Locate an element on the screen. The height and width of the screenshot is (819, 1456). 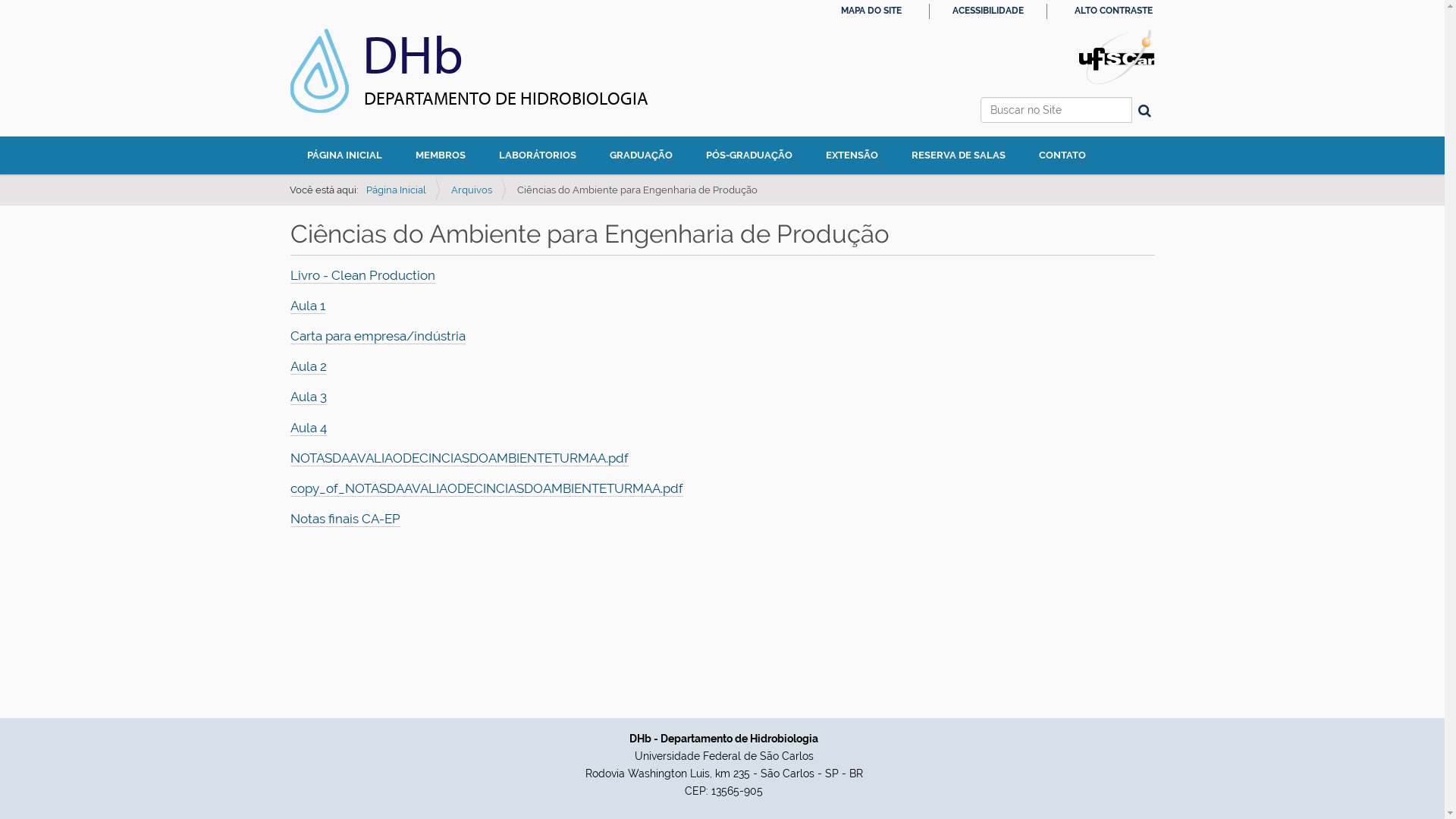
'Notas finais CA-EP' is located at coordinates (344, 518).